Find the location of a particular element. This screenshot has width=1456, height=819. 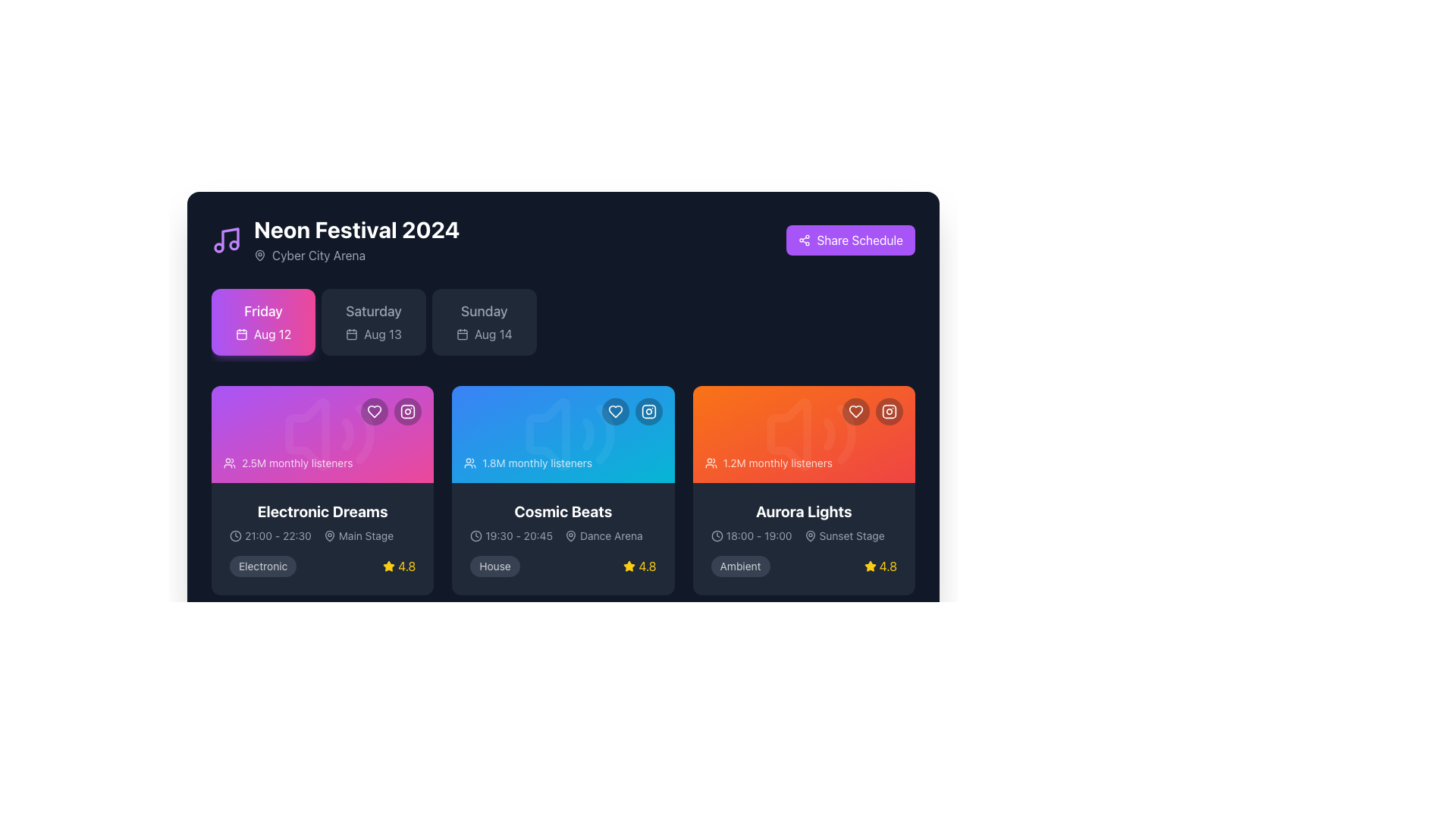

displayed information from the Text Display element that shows 'Neon Festival 2024' and 'Cyber City Arena' with a map pin icon is located at coordinates (356, 239).